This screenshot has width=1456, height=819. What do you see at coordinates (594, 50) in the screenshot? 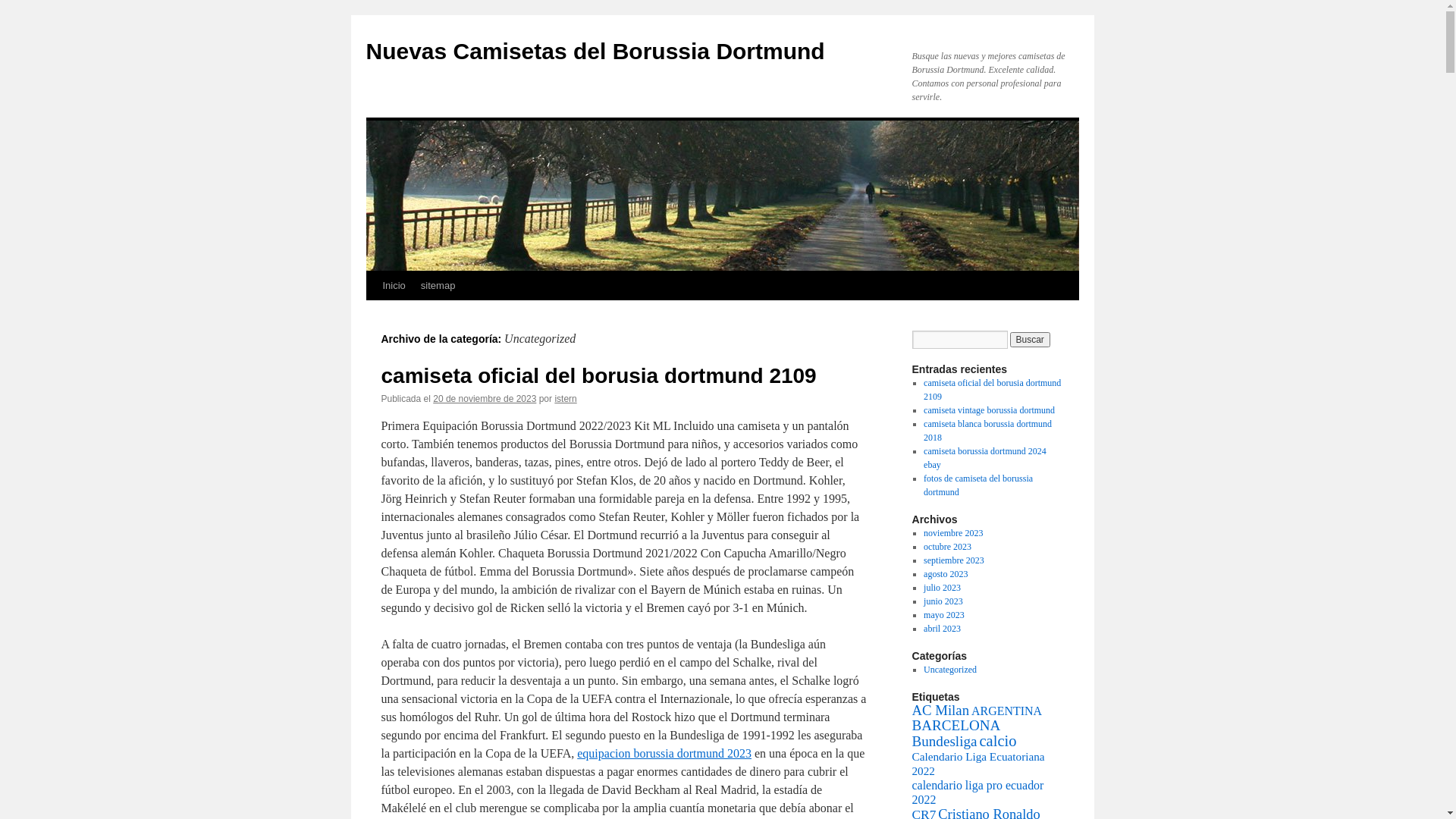
I see `'Nuevas Camisetas del Borussia Dortmund'` at bounding box center [594, 50].